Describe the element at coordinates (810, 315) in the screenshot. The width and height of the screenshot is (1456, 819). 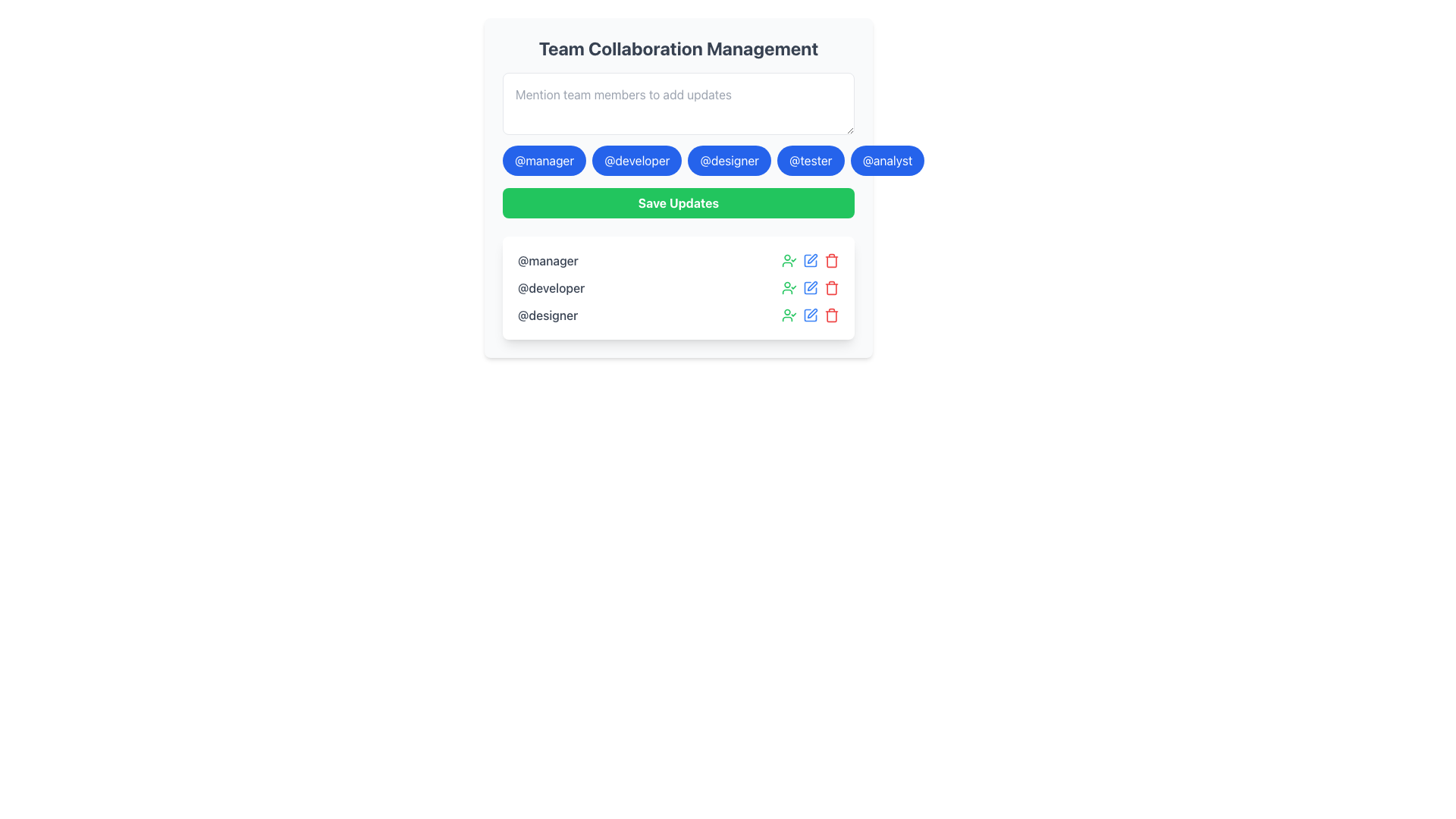
I see `the editing button, which is the second icon in a row of three on the right side of the third user entry in a list` at that location.